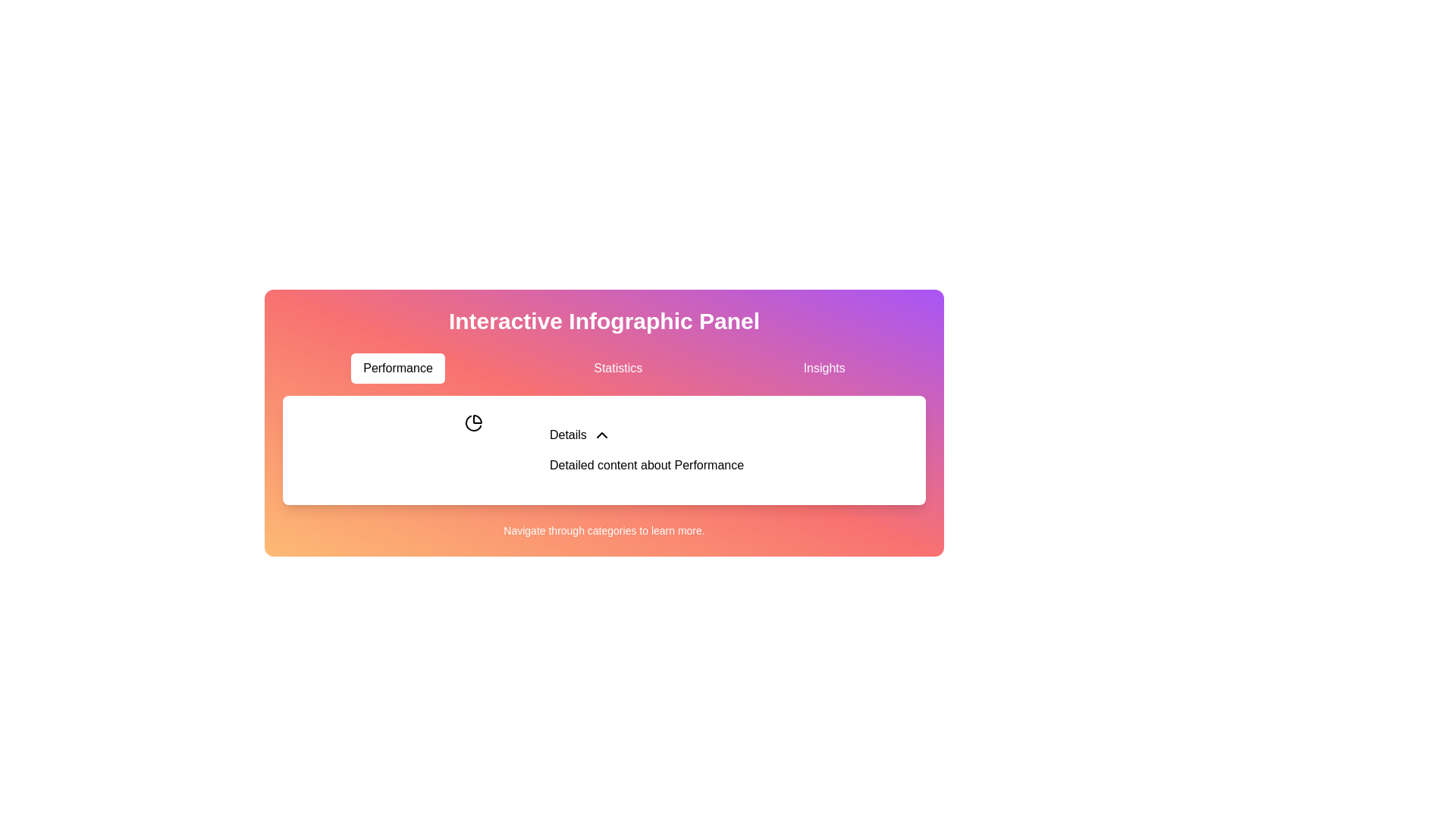 The width and height of the screenshot is (1456, 819). What do you see at coordinates (579, 435) in the screenshot?
I see `the 'Details' toggle button with an upward-pointing arrow icon` at bounding box center [579, 435].